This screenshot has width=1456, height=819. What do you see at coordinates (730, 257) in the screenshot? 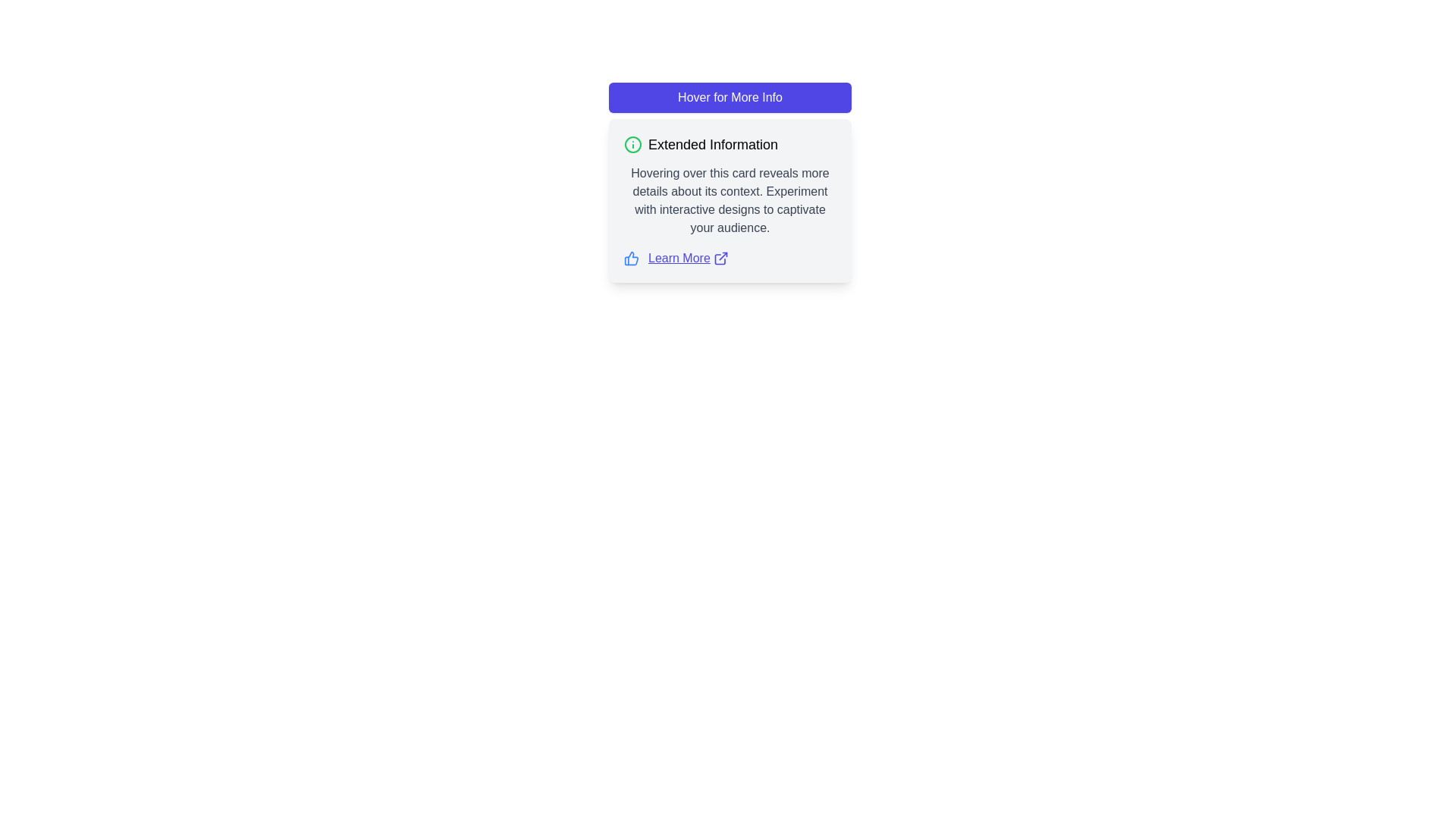
I see `the 'Learn More' hyperlink with thumbs-up and external-link icons located at the bottom of the 'Extended Information' card` at bounding box center [730, 257].